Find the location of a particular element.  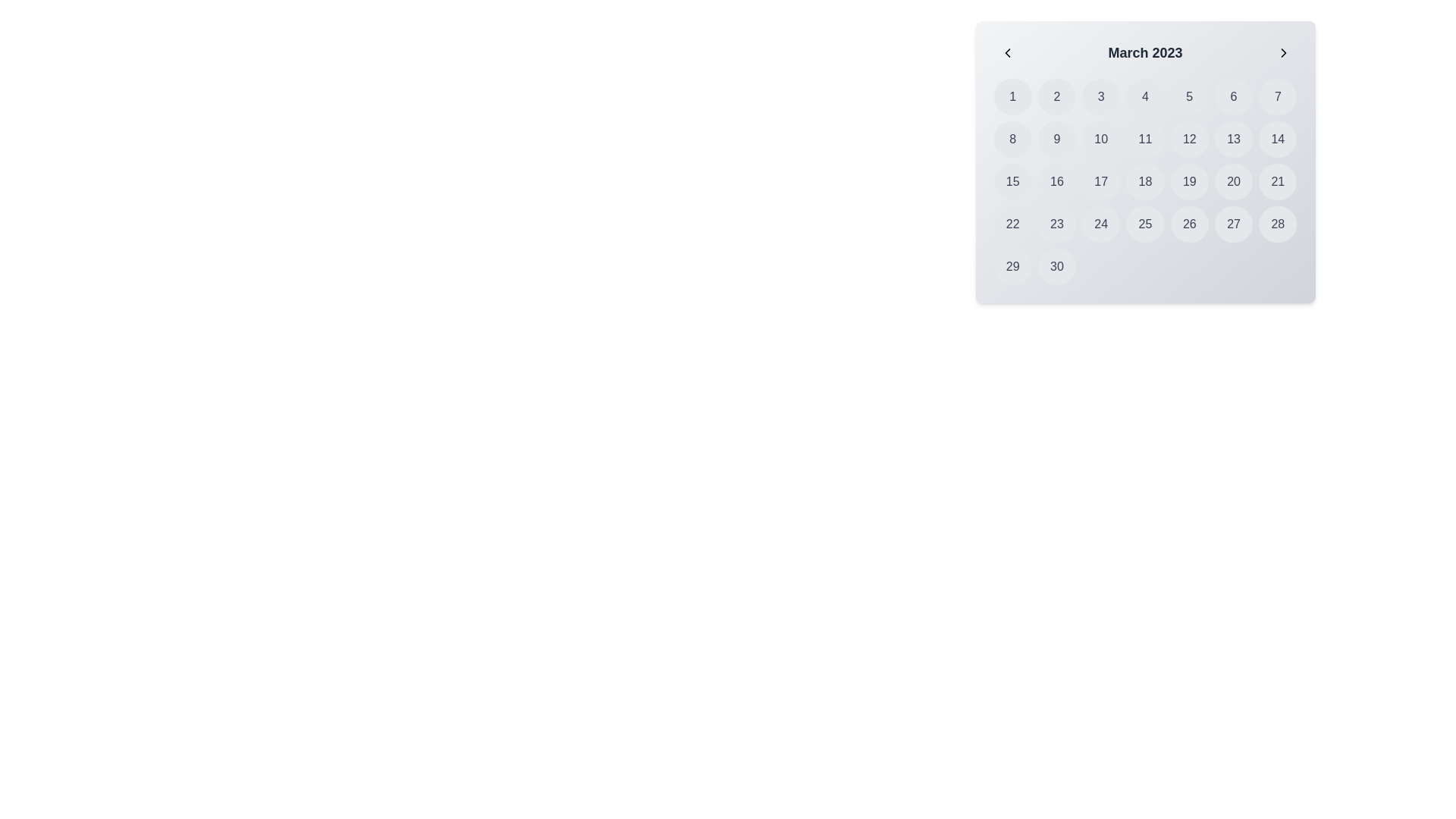

the circular button displaying the number '19' in the calendar grid is located at coordinates (1188, 180).